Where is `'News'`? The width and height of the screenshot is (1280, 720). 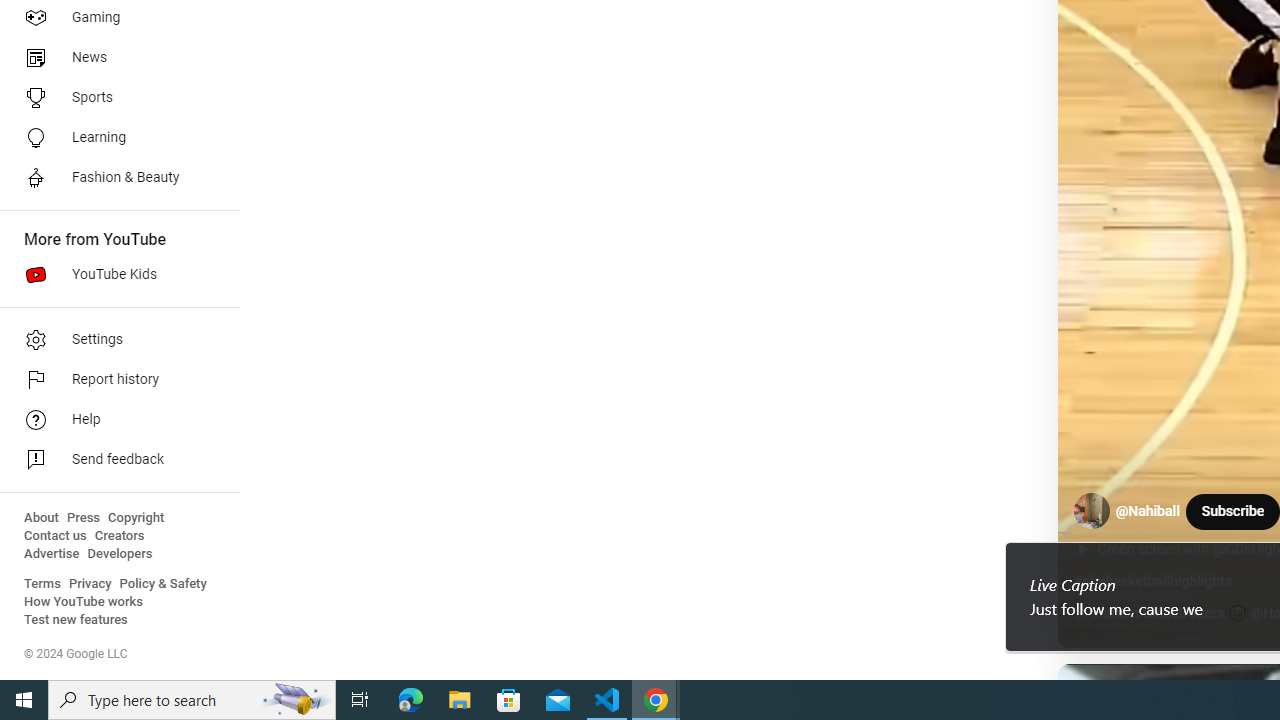
'News' is located at coordinates (112, 56).